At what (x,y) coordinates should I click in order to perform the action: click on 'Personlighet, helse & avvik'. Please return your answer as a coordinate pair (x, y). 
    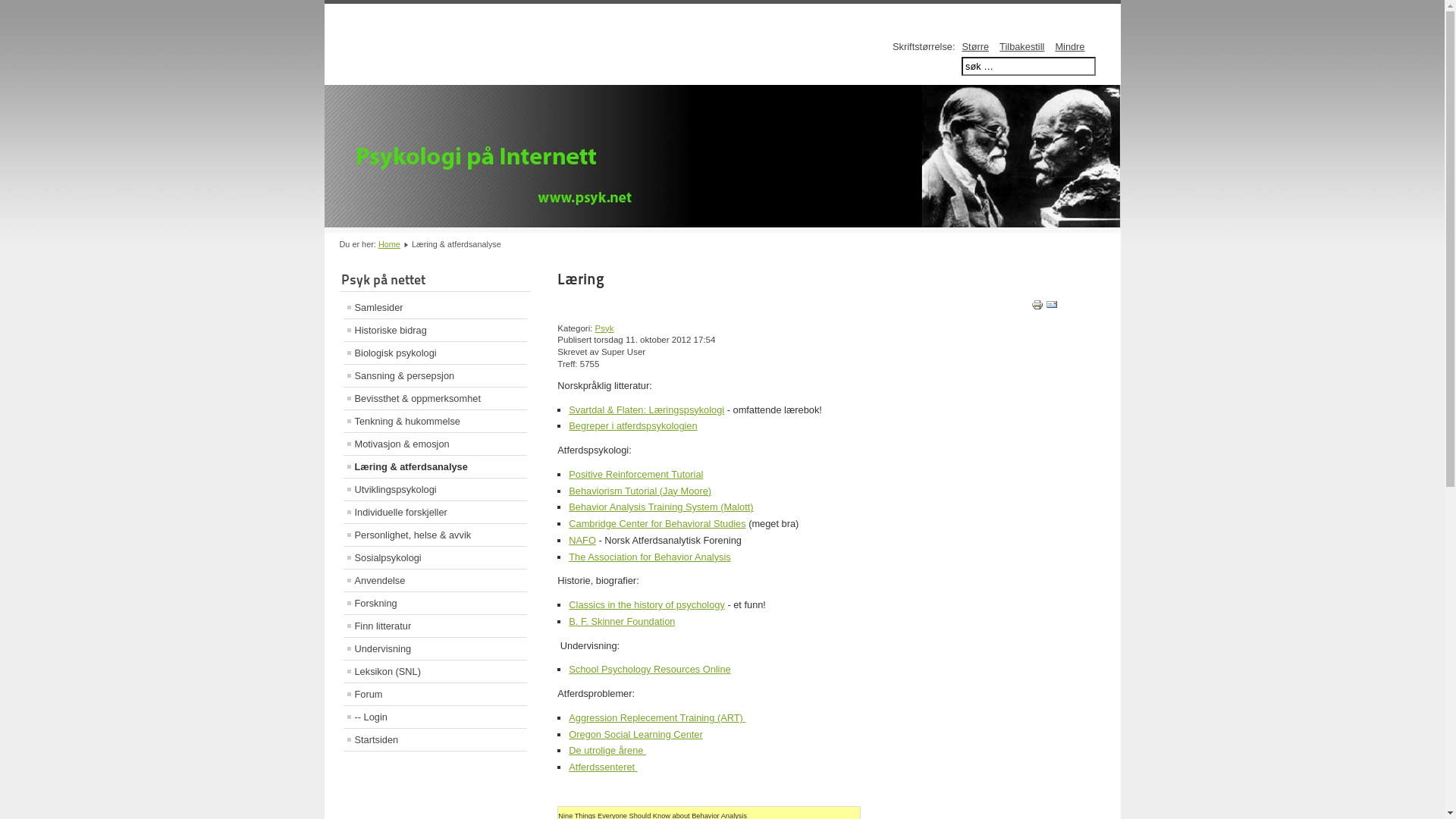
    Looking at the image, I should click on (434, 534).